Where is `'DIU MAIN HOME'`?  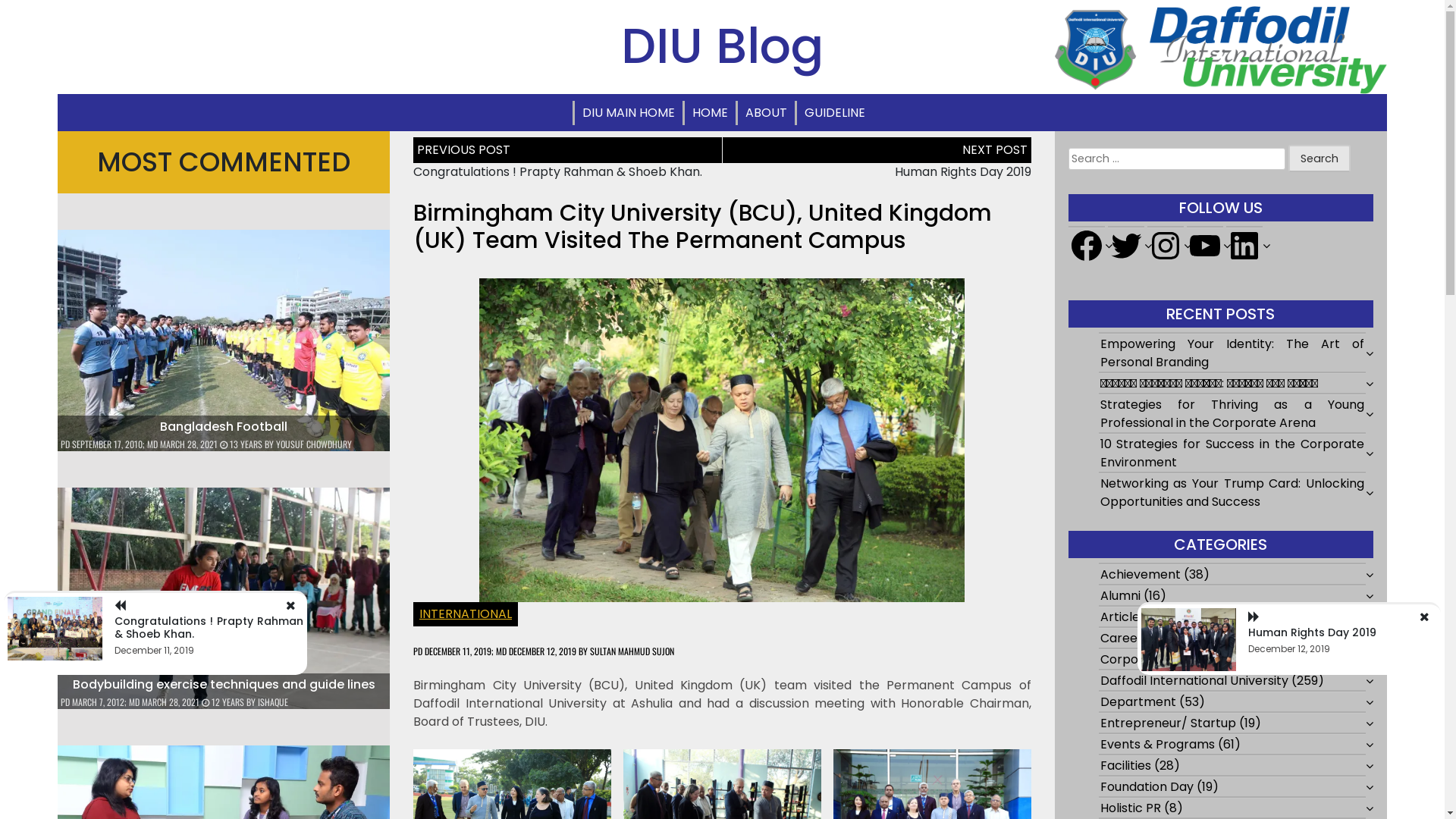
'DIU MAIN HOME' is located at coordinates (629, 112).